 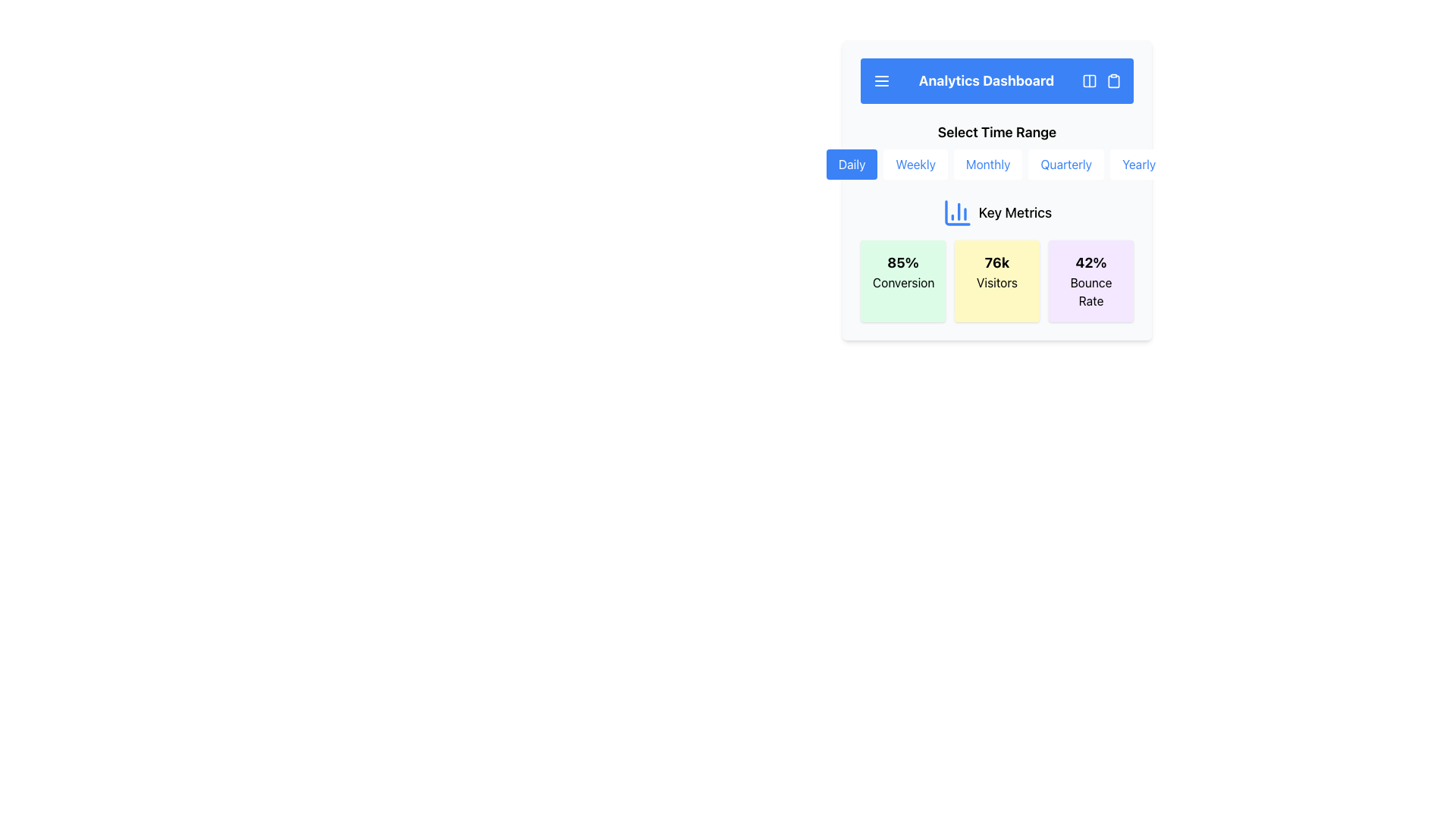 I want to click on the clipboard icon, which is styled with a minimal outline design and is positioned to the right of the 'Analytics Dashboard' text in the header section, so click(x=1113, y=81).